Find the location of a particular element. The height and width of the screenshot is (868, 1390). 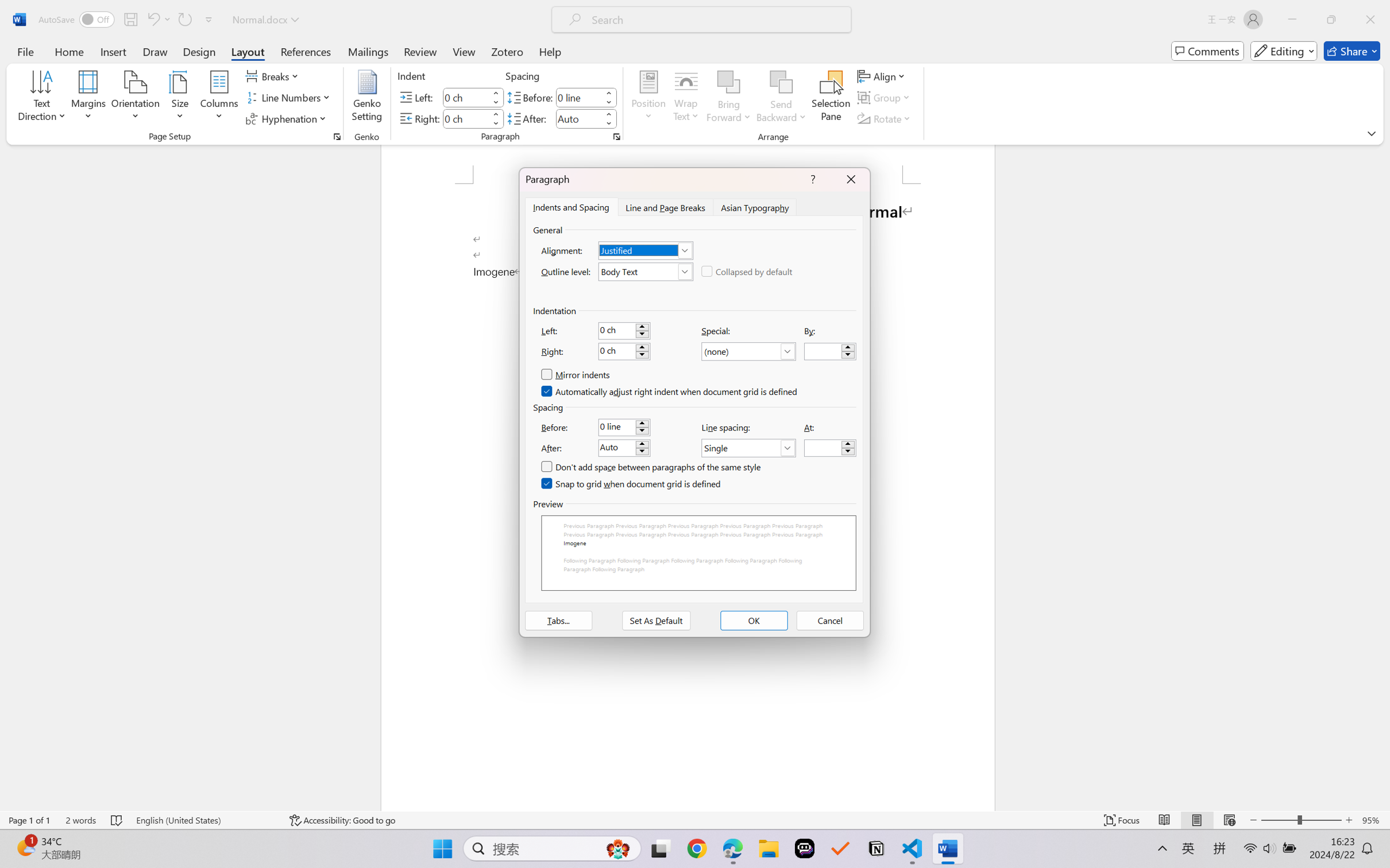

'Undo Paragraph Formatting' is located at coordinates (152, 19).